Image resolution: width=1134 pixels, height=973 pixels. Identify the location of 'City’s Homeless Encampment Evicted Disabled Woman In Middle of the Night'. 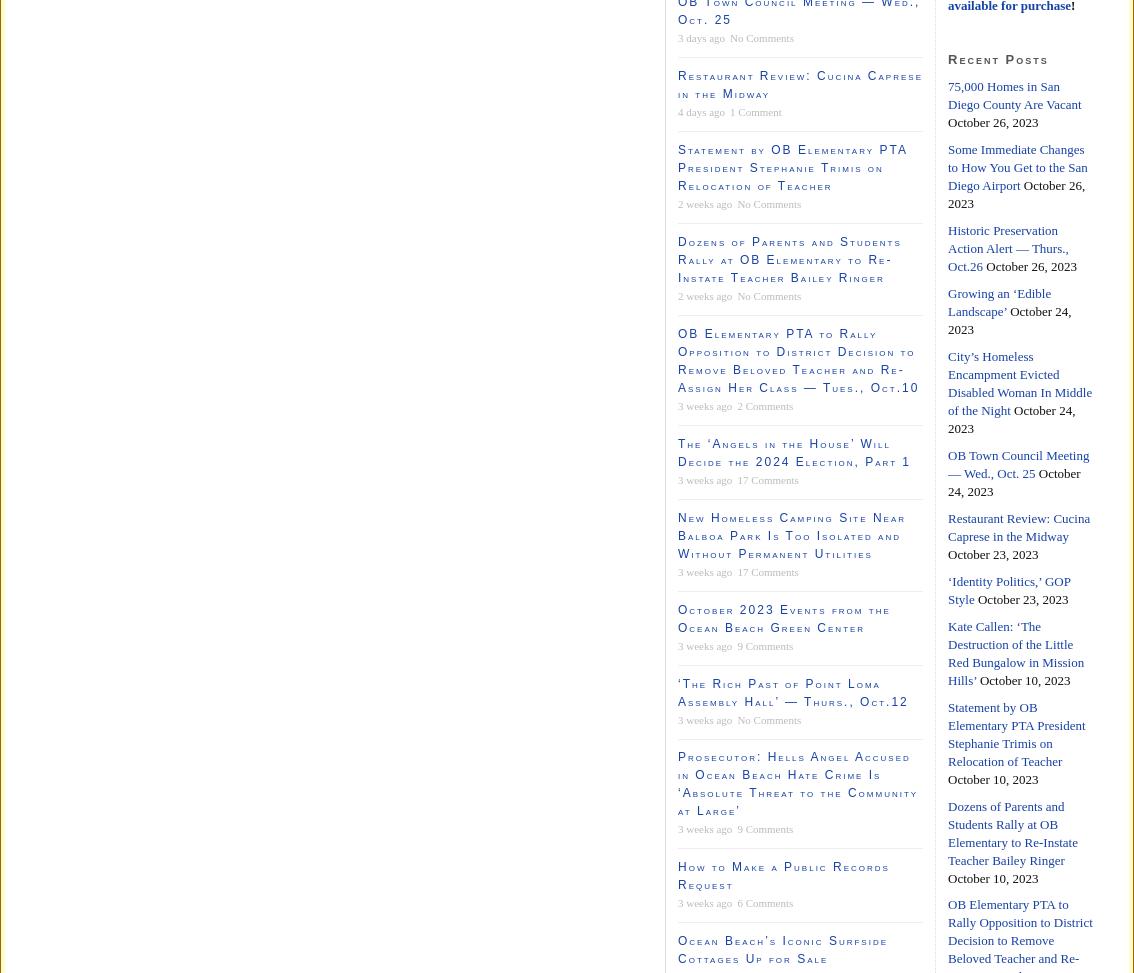
(1020, 381).